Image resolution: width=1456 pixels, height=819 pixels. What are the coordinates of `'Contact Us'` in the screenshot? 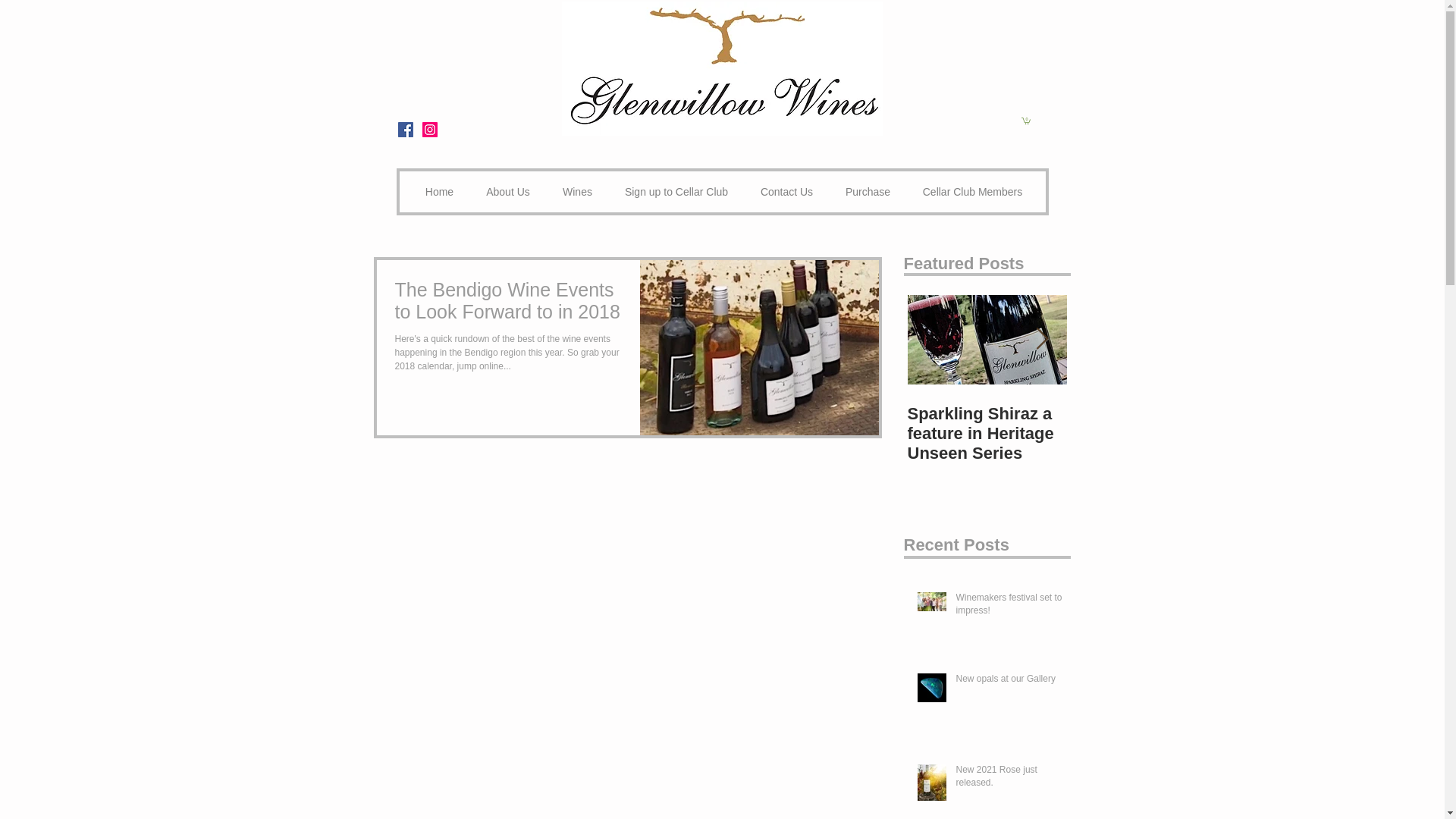 It's located at (745, 191).